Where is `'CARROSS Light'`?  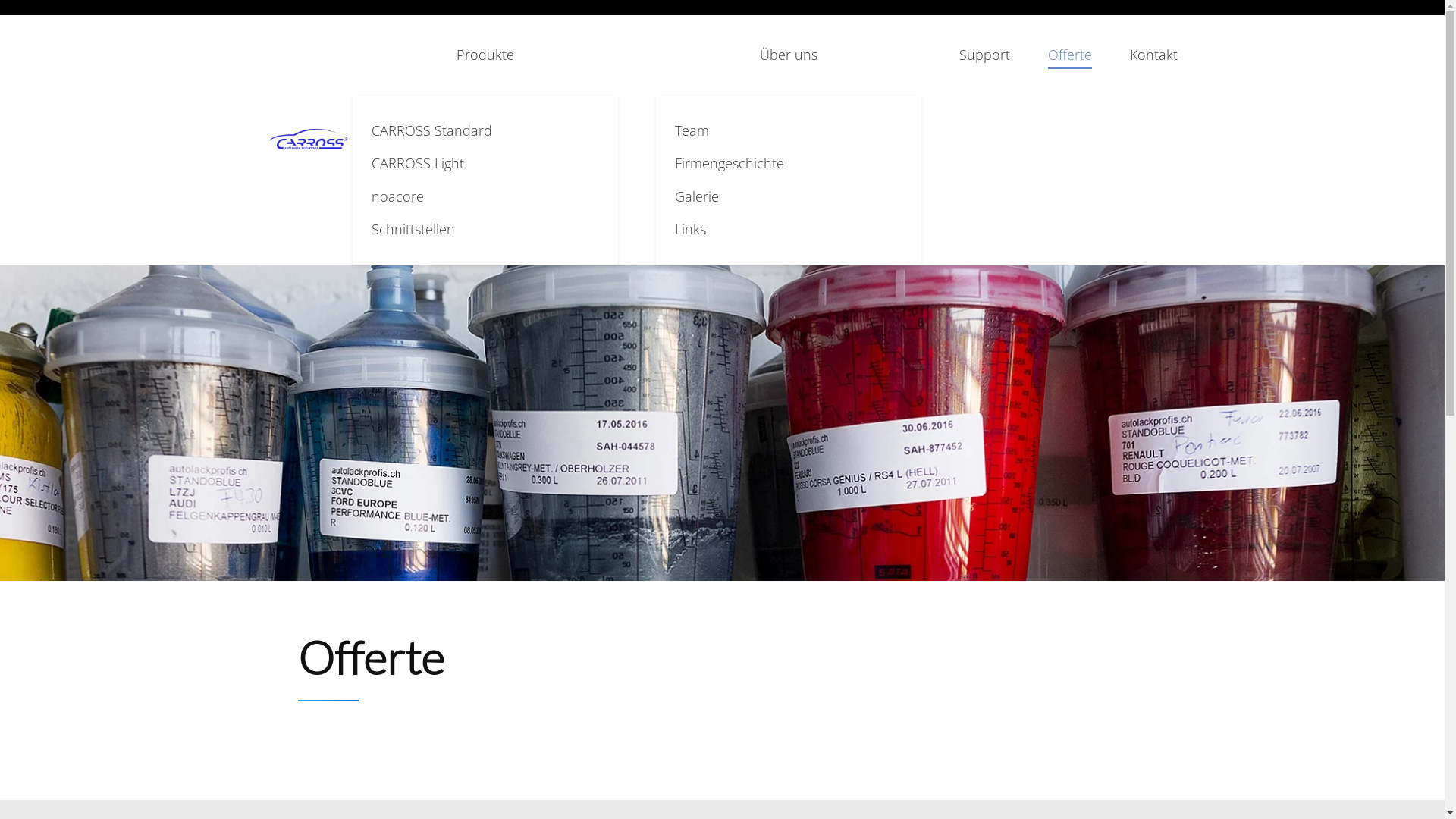
'CARROSS Light' is located at coordinates (484, 163).